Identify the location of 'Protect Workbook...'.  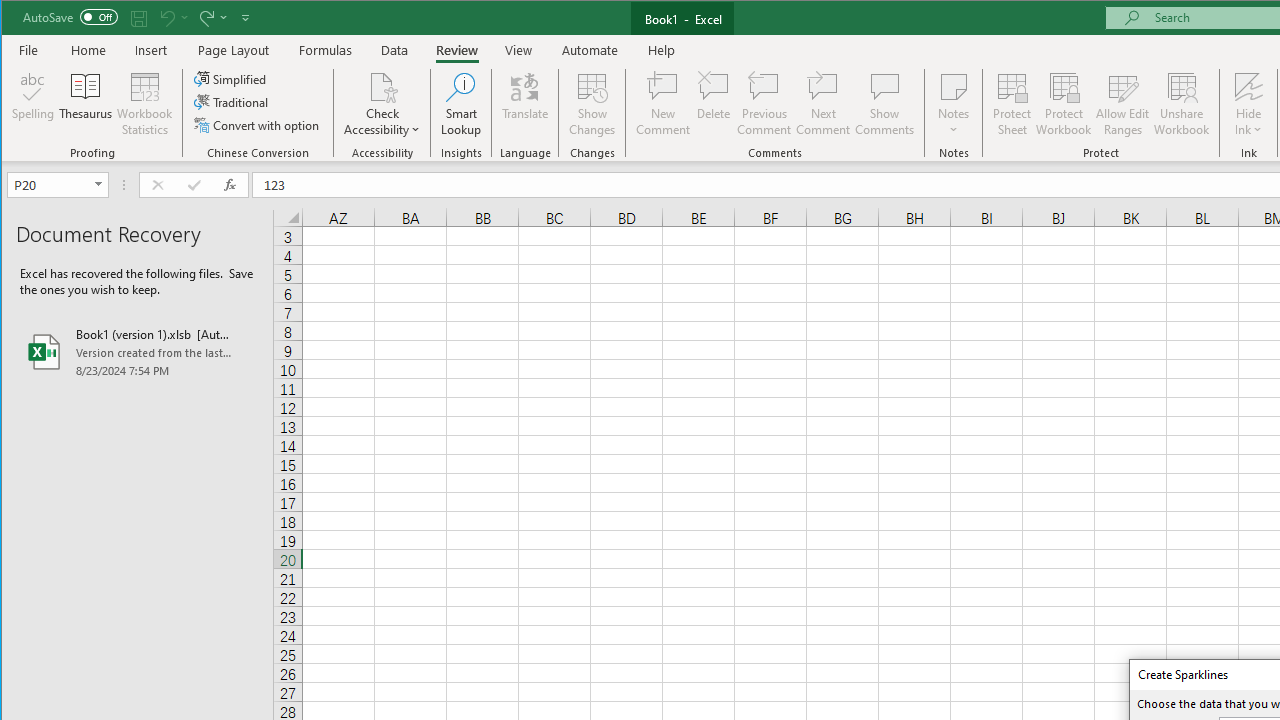
(1063, 104).